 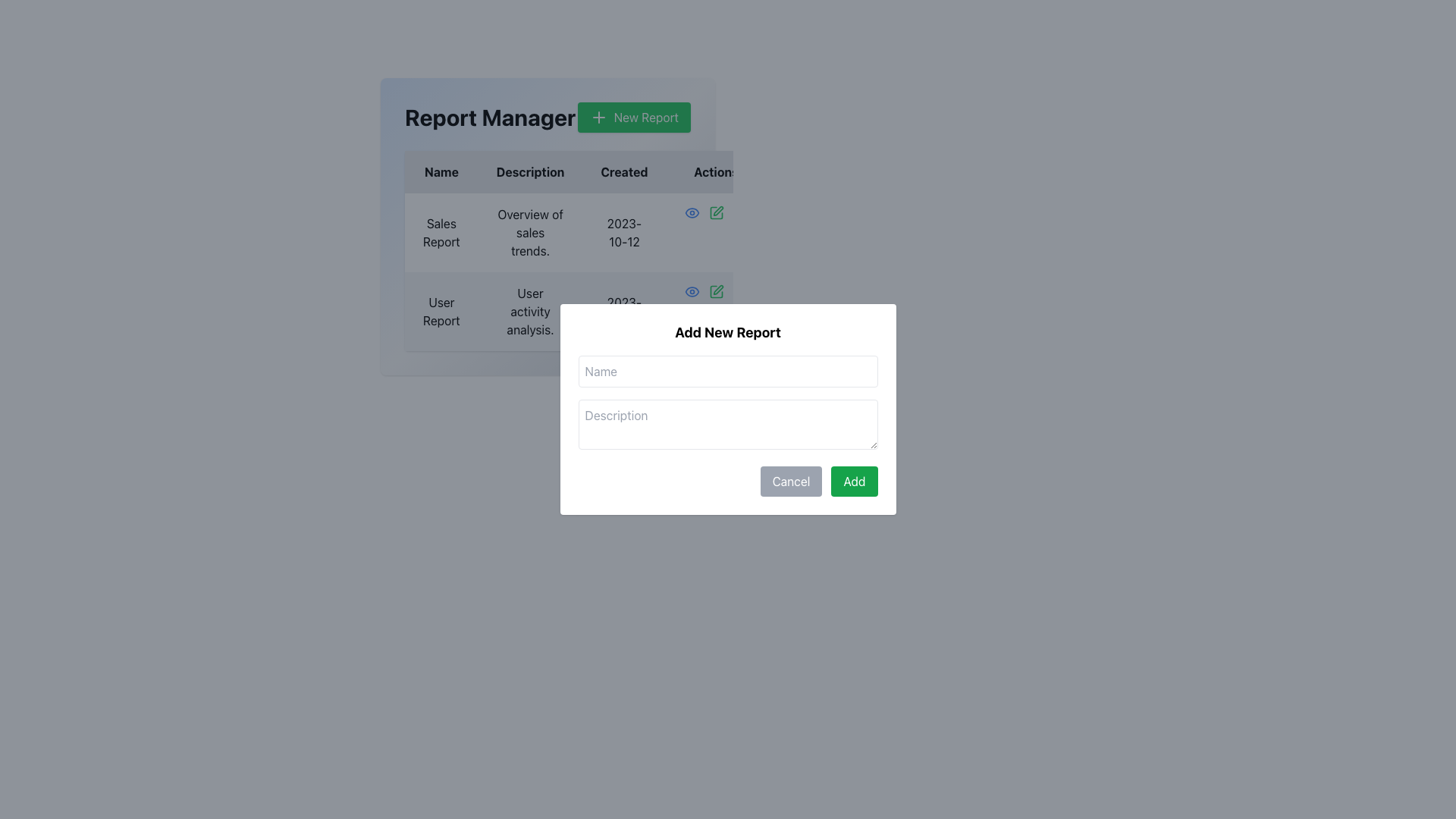 I want to click on the Text Label that serves as the column header for descriptions, positioned between the 'Name' and 'Created' headers in the table, so click(x=530, y=171).